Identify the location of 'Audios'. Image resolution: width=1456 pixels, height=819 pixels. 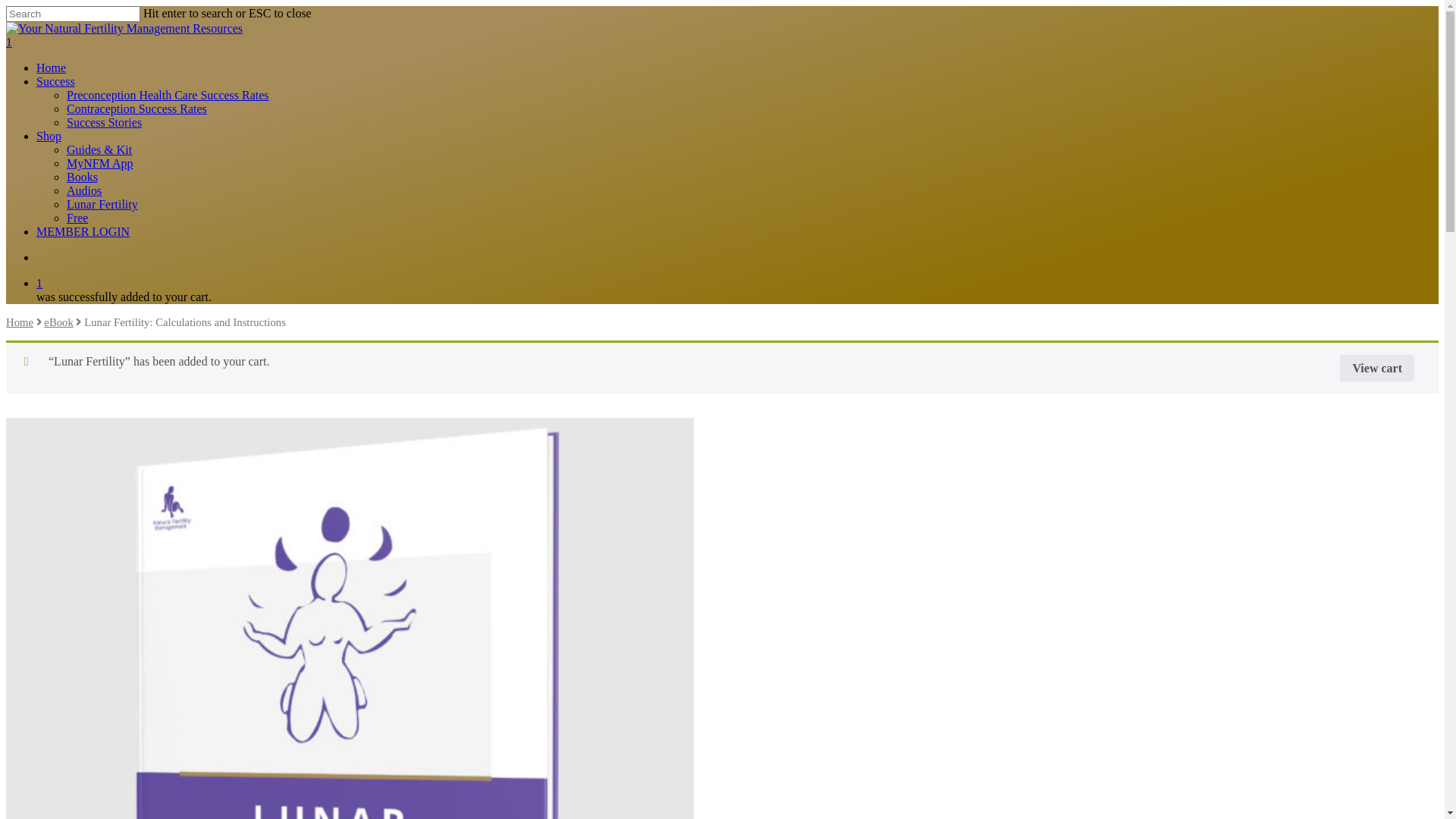
(83, 190).